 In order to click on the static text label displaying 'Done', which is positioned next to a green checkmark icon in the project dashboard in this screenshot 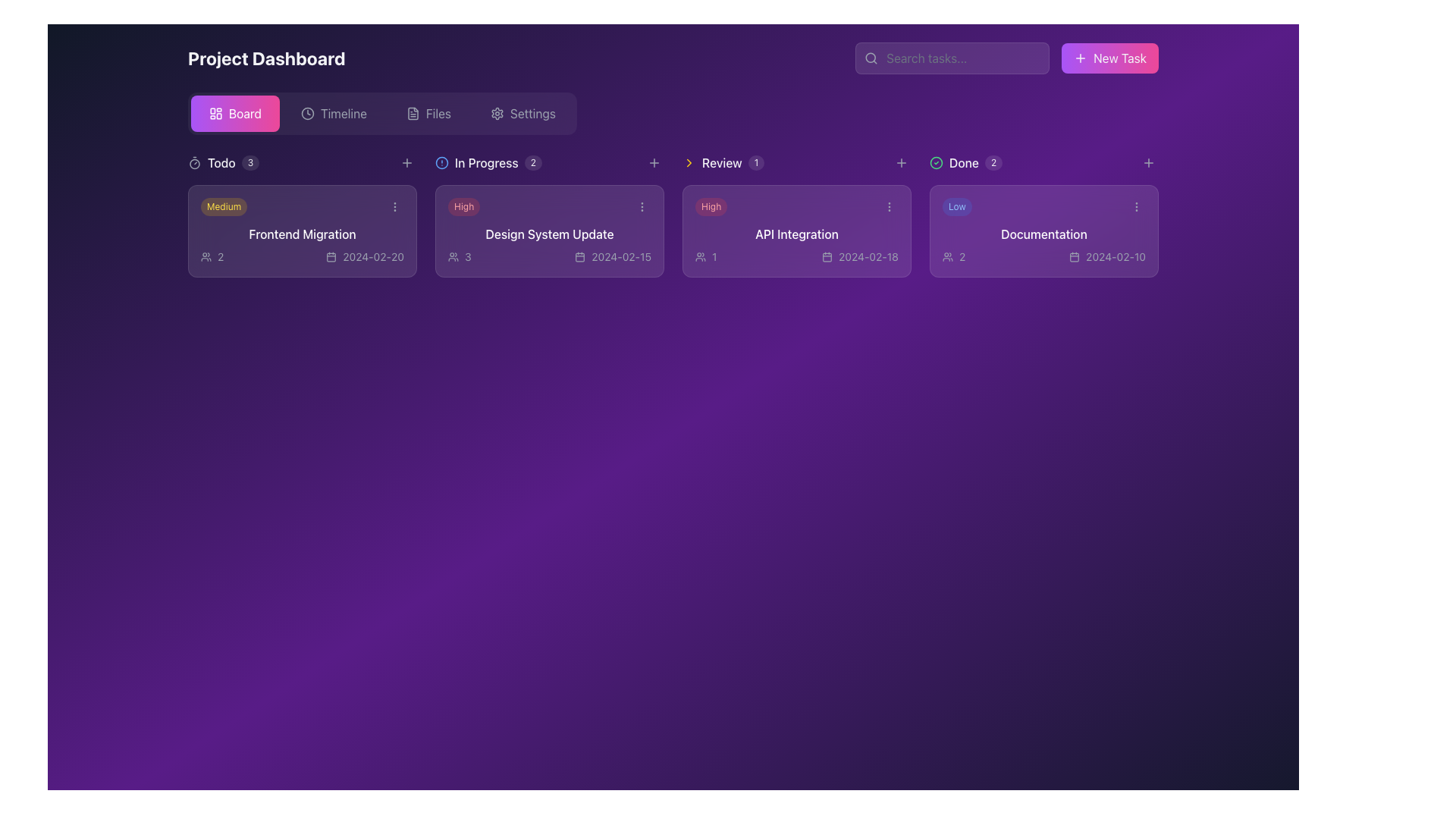, I will do `click(963, 163)`.